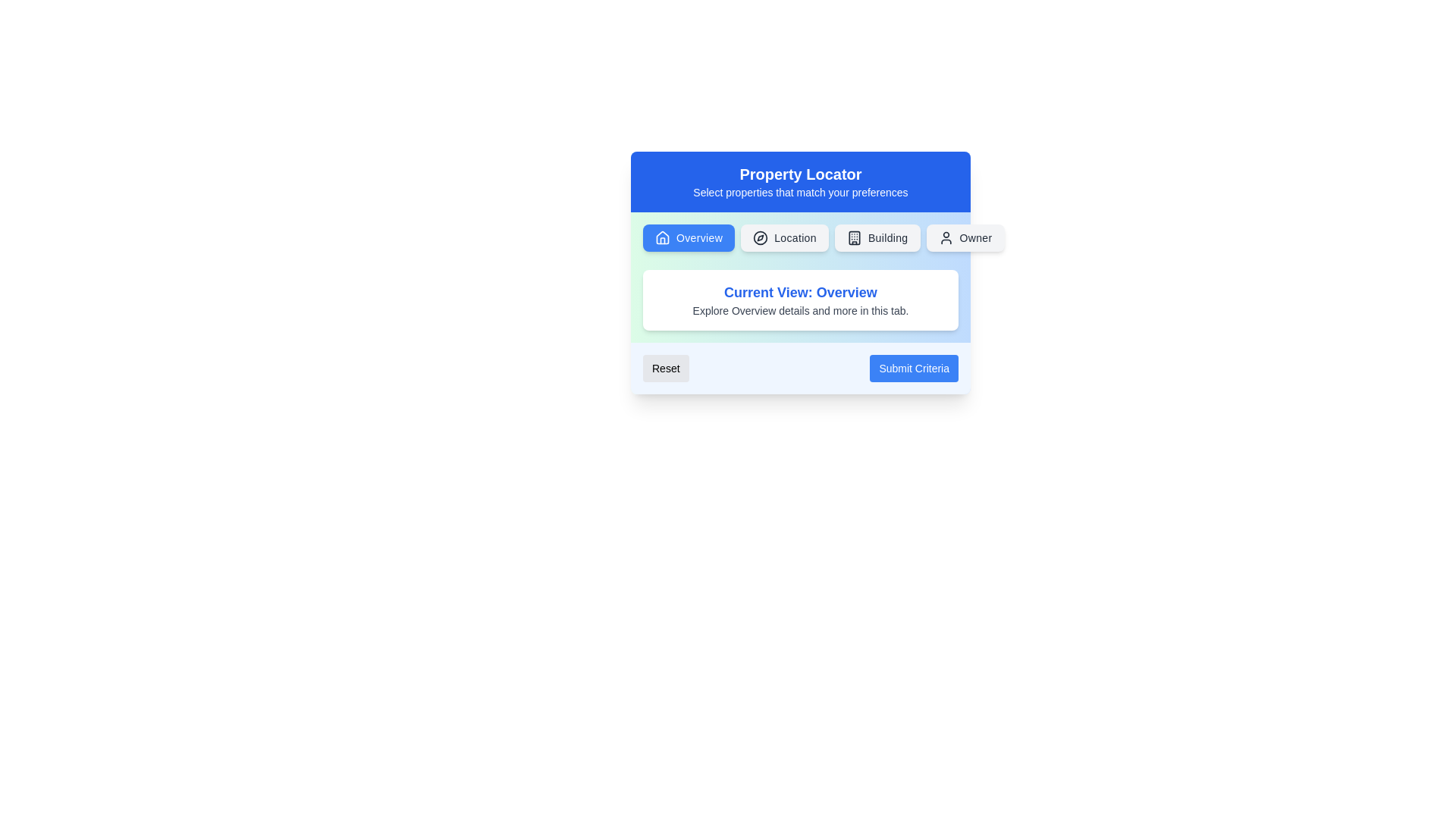 This screenshot has width=1456, height=819. What do you see at coordinates (785, 237) in the screenshot?
I see `the 'Location' button in the navigation bar below the 'Property Locator' header` at bounding box center [785, 237].